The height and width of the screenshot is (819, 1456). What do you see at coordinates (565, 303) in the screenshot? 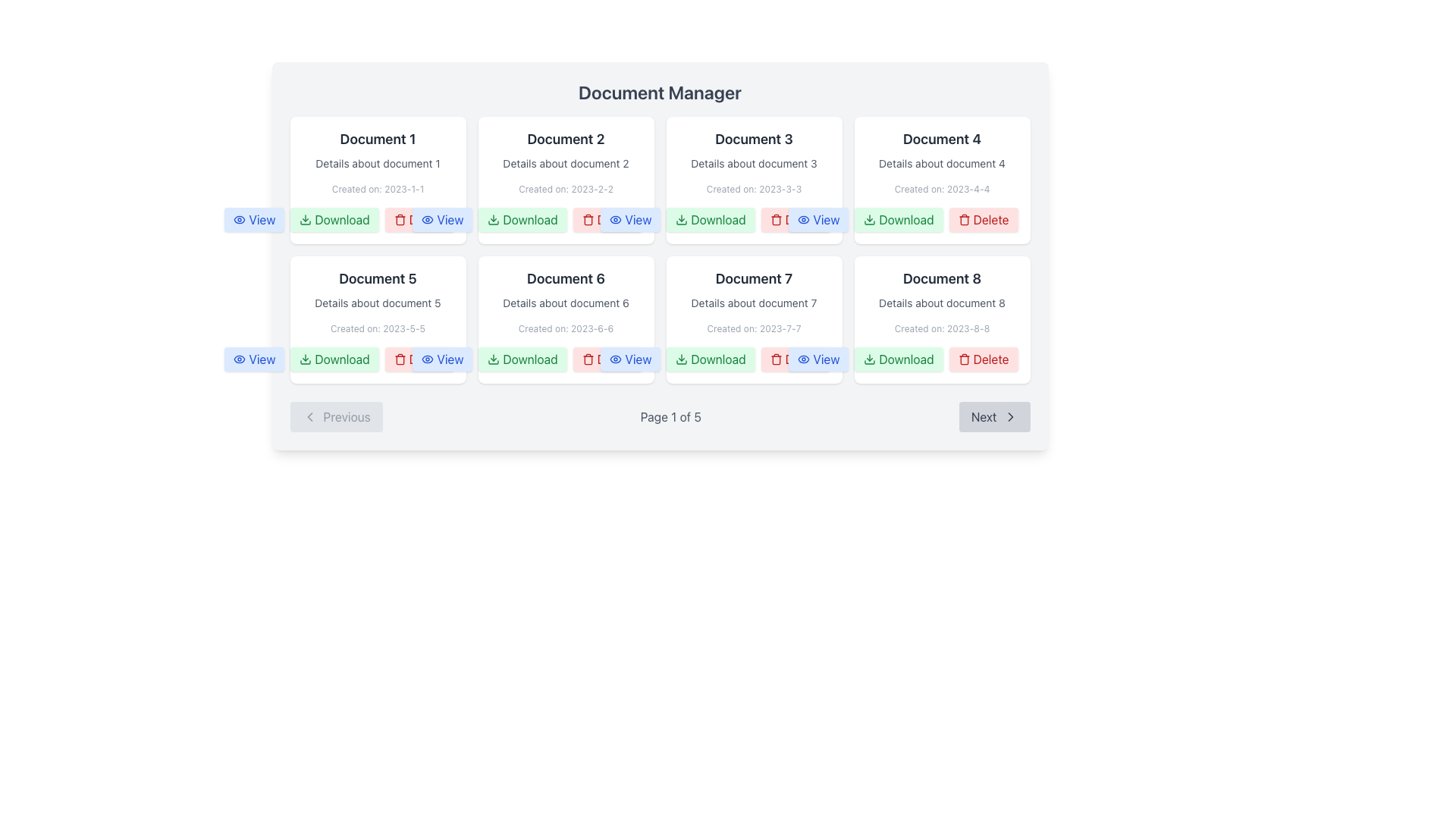
I see `text label that displays 'Details about document 6', which is located within the document card for 'Document 6'` at bounding box center [565, 303].